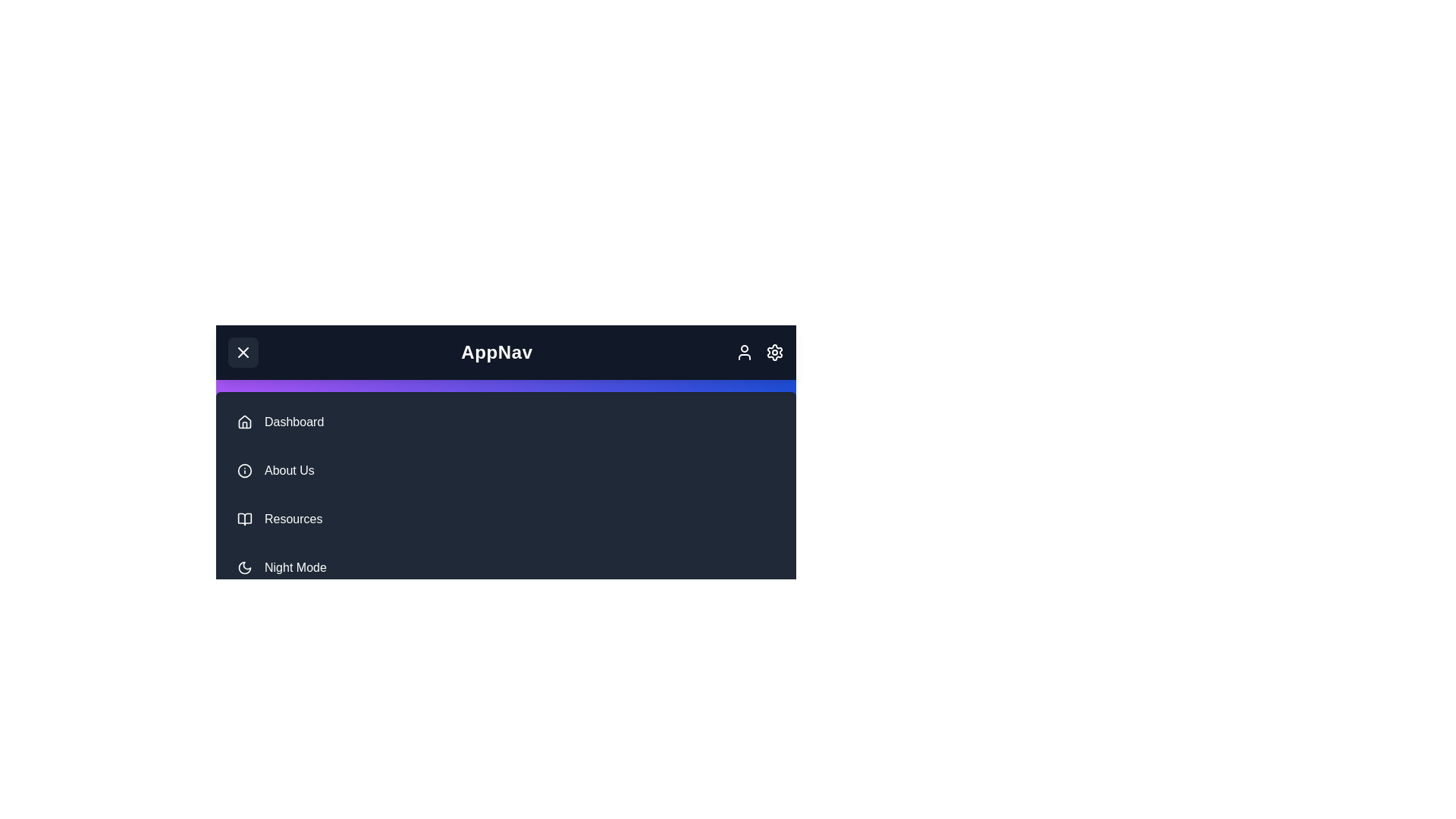 Image resolution: width=1456 pixels, height=819 pixels. I want to click on the navigation item Resources to navigate to the corresponding section, so click(506, 519).